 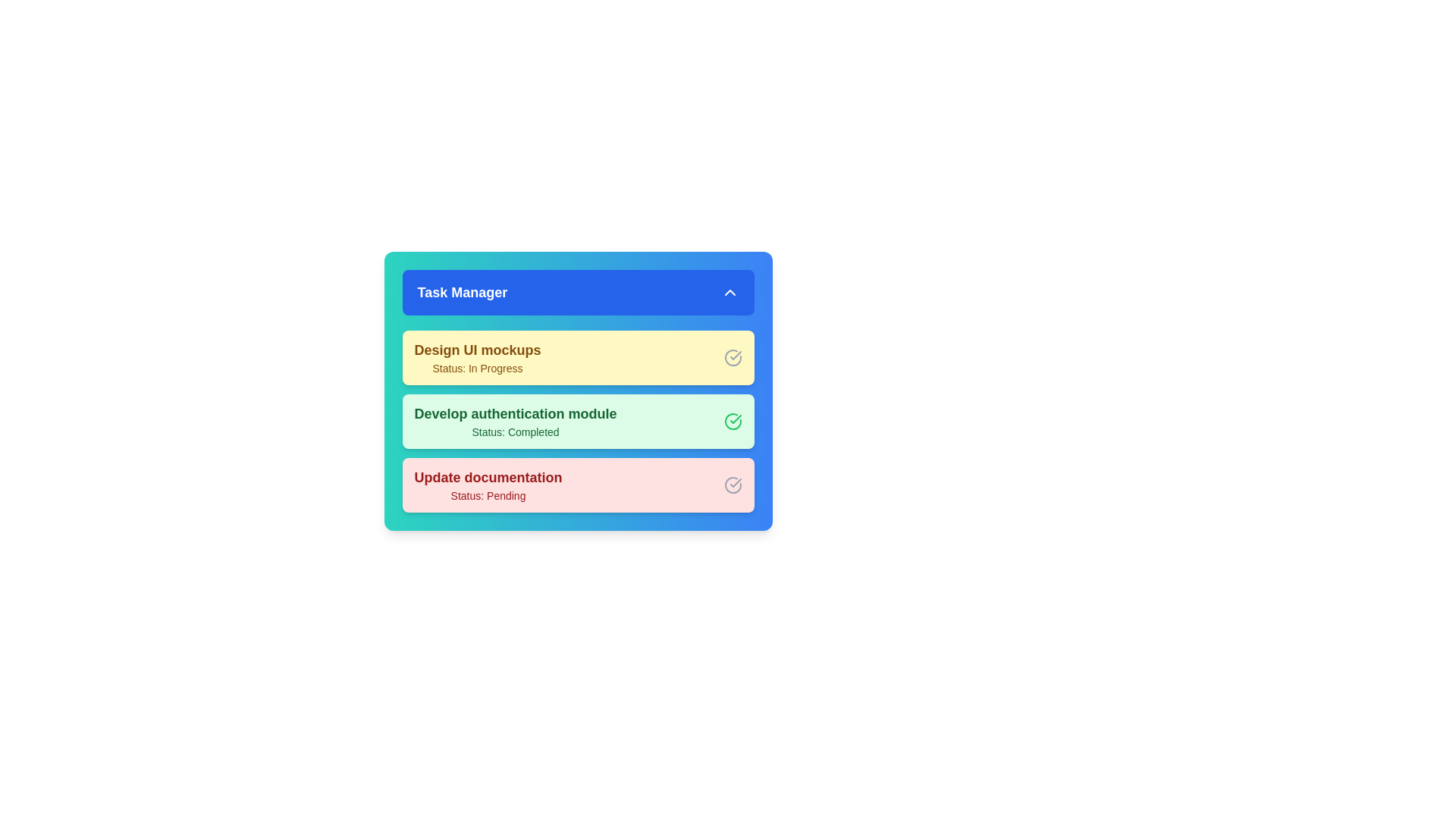 What do you see at coordinates (733, 485) in the screenshot?
I see `the status icon of the task with name Update documentation` at bounding box center [733, 485].